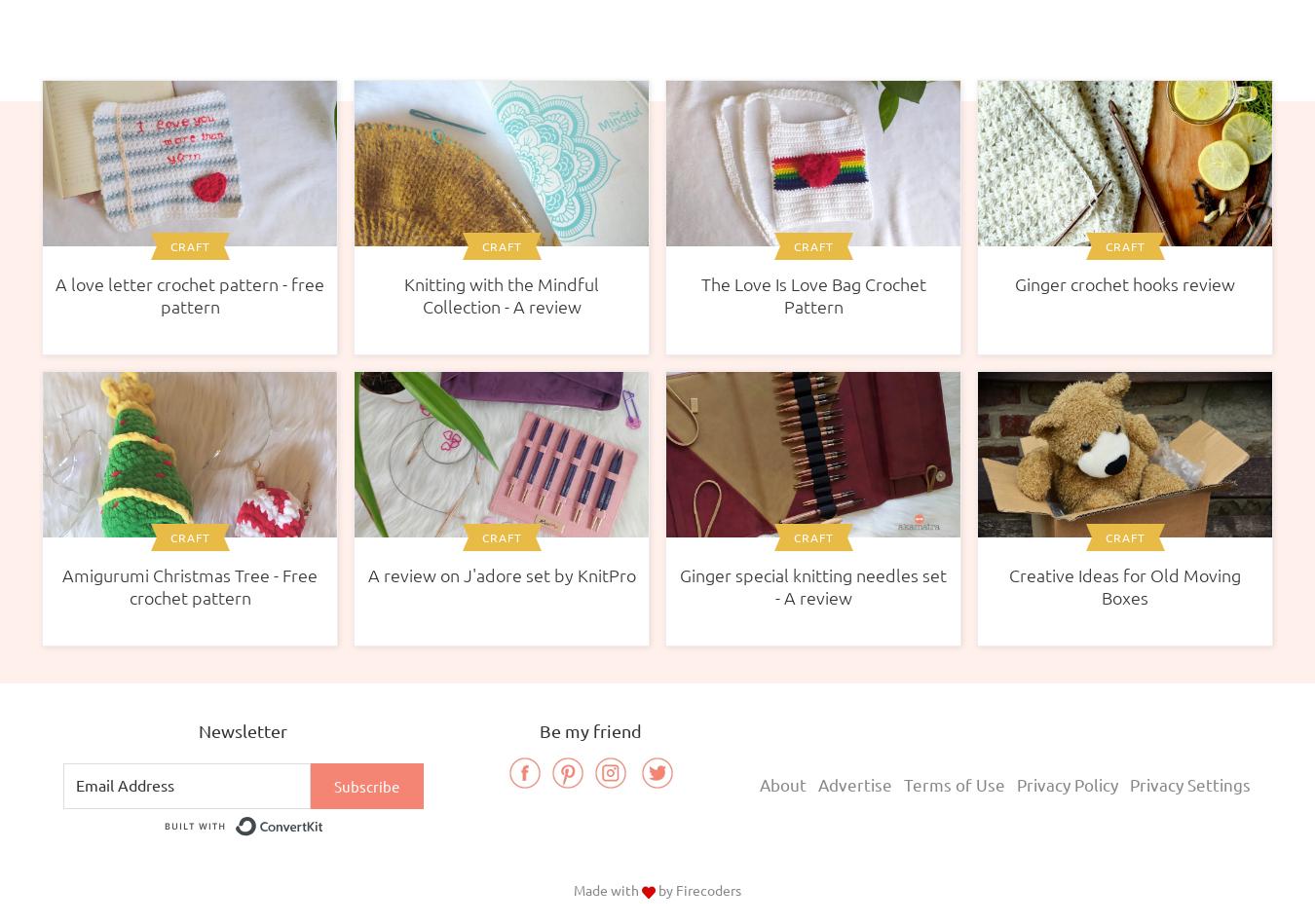 The image size is (1315, 924). Describe the element at coordinates (607, 888) in the screenshot. I see `'Made with'` at that location.